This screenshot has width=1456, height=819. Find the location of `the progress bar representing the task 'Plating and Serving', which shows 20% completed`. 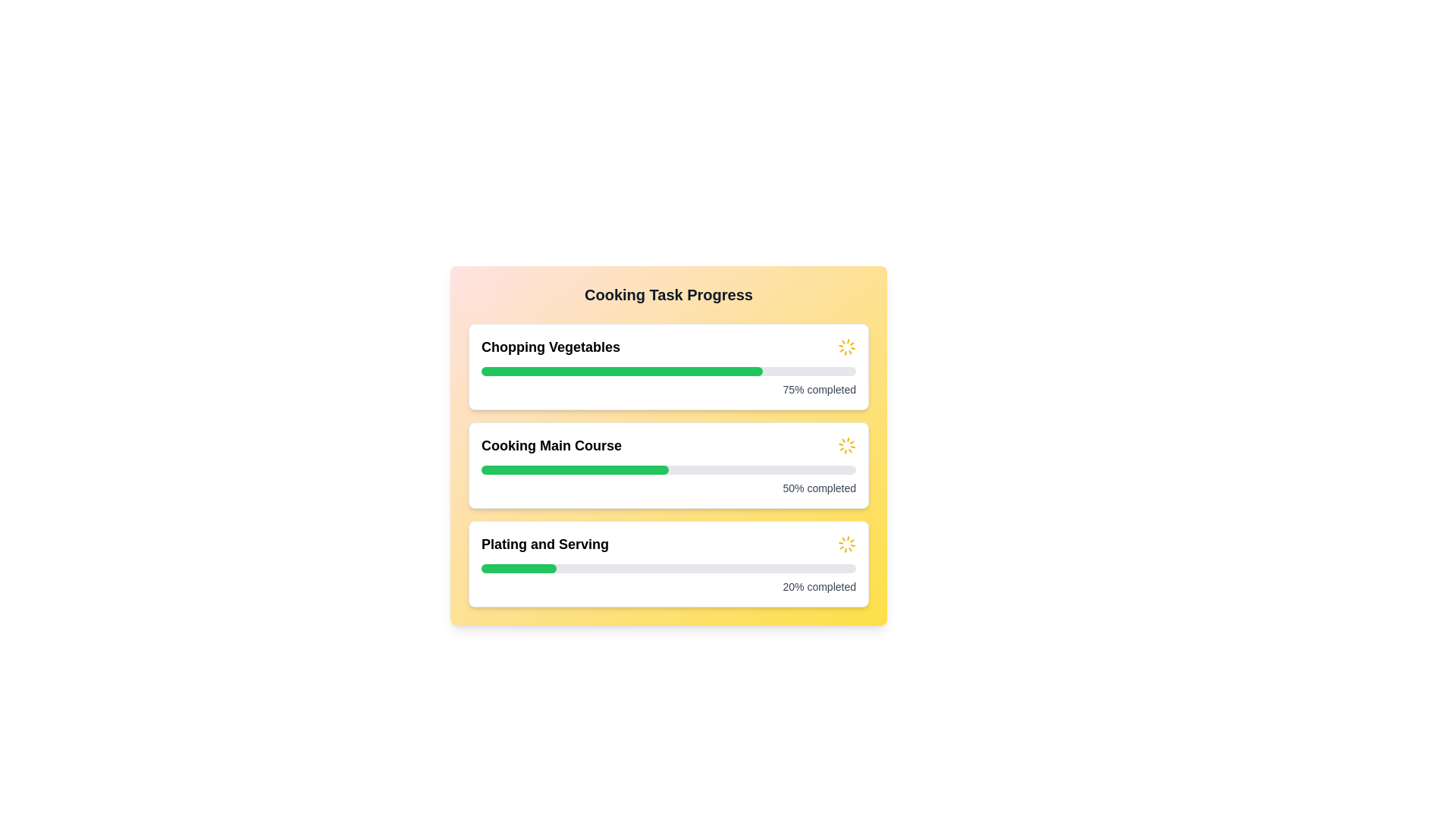

the progress bar representing the task 'Plating and Serving', which shows 20% completed is located at coordinates (668, 568).